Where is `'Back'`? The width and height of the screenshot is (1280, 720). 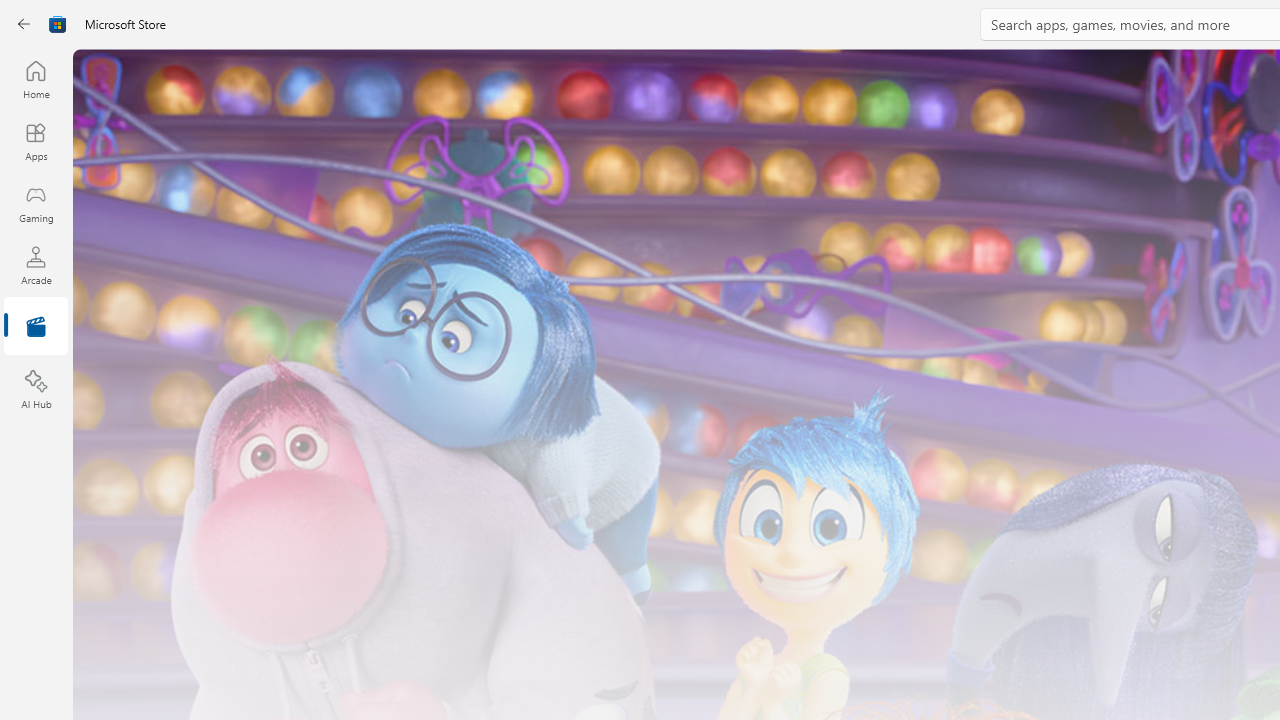
'Back' is located at coordinates (24, 24).